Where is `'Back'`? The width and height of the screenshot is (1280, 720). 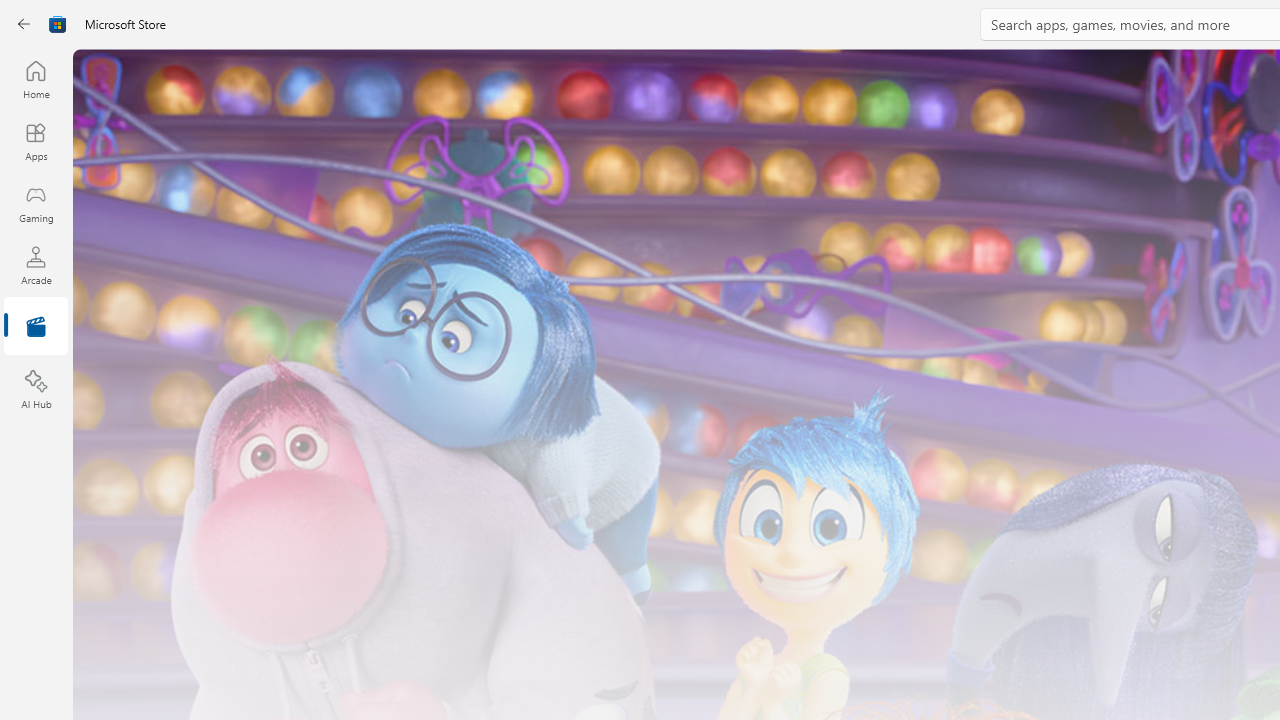
'Back' is located at coordinates (24, 24).